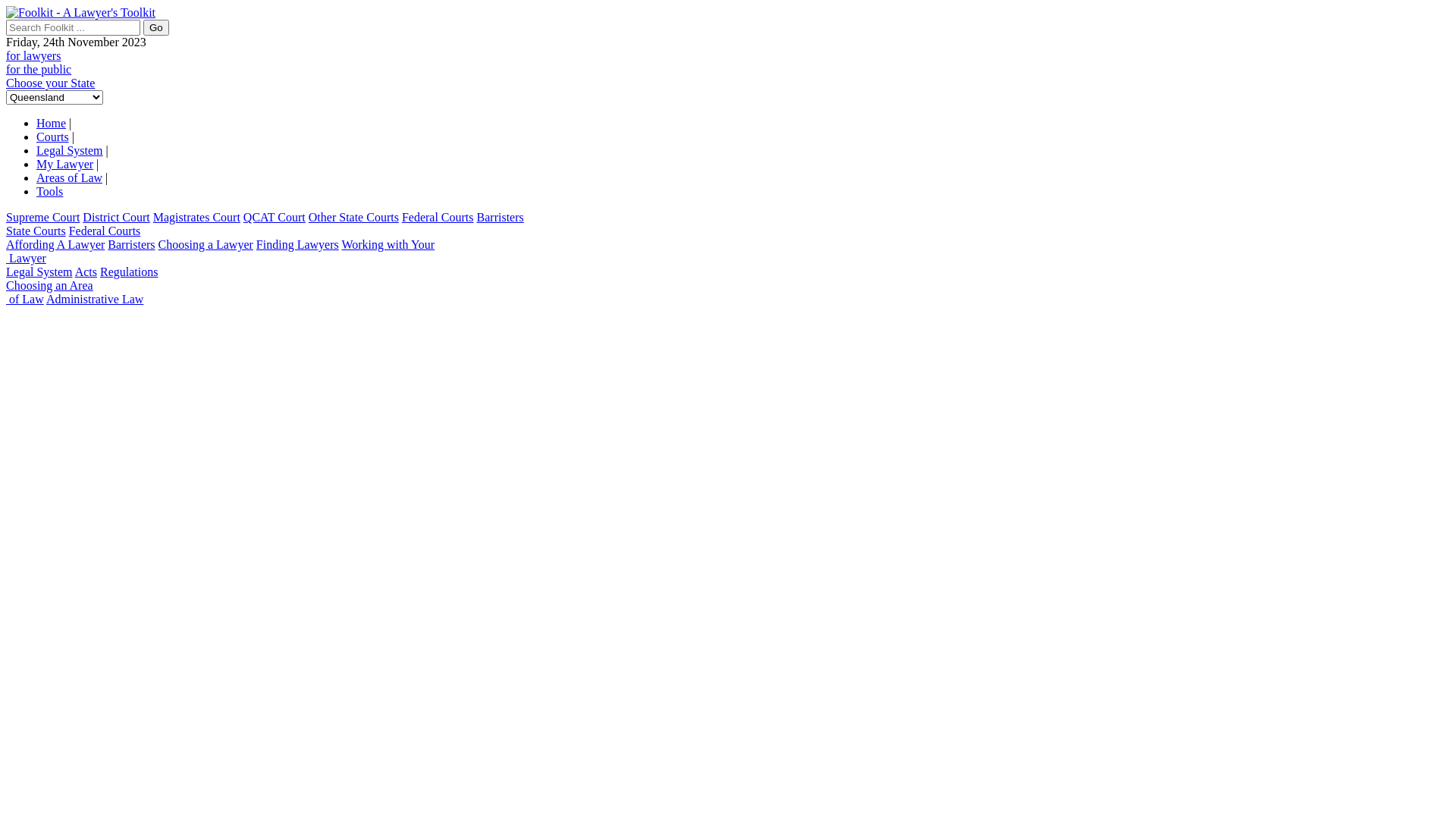 This screenshot has width=1456, height=819. What do you see at coordinates (64, 164) in the screenshot?
I see `'My Lawyer'` at bounding box center [64, 164].